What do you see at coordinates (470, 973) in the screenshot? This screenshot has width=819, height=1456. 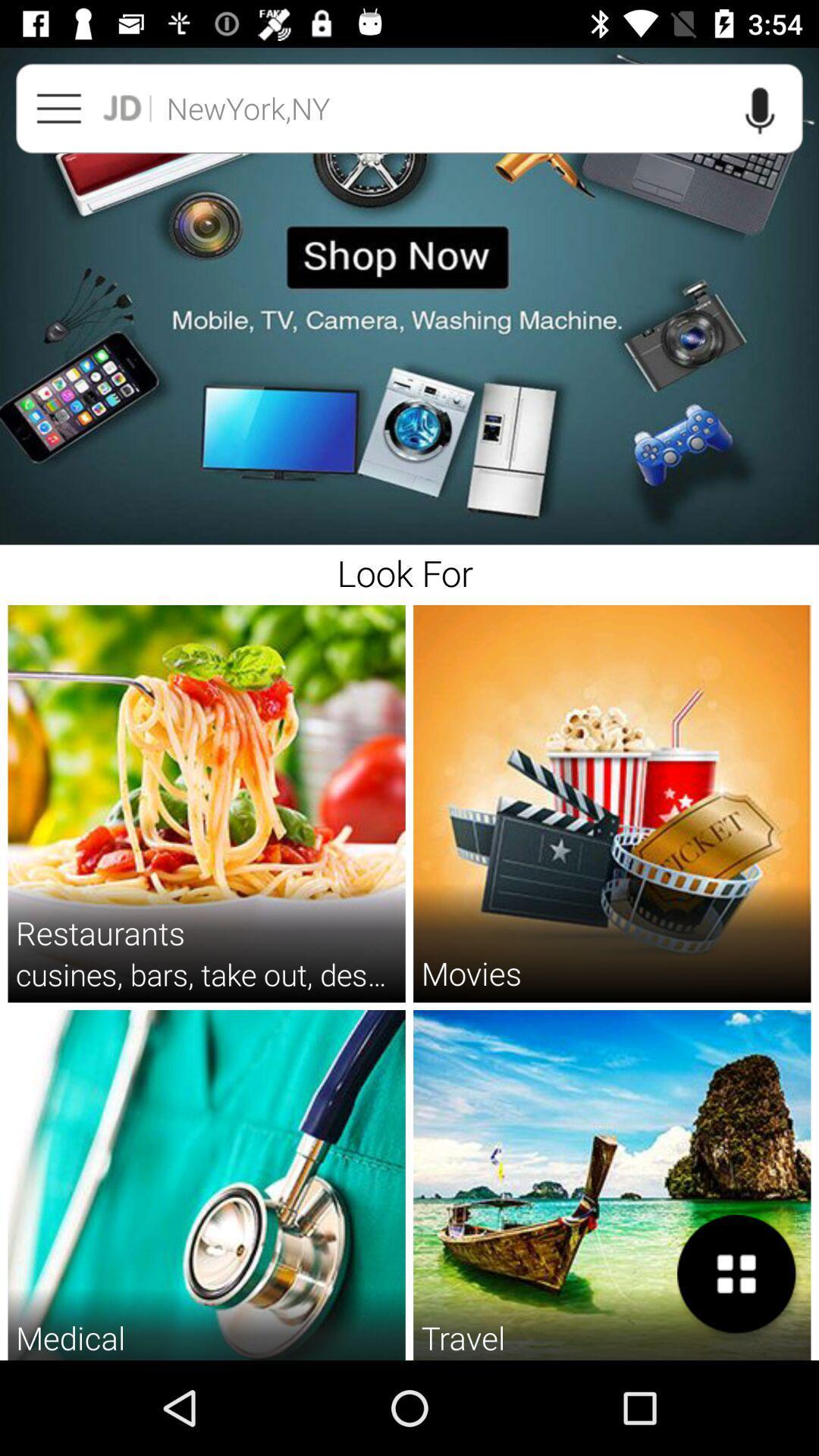 I see `movies icon` at bounding box center [470, 973].